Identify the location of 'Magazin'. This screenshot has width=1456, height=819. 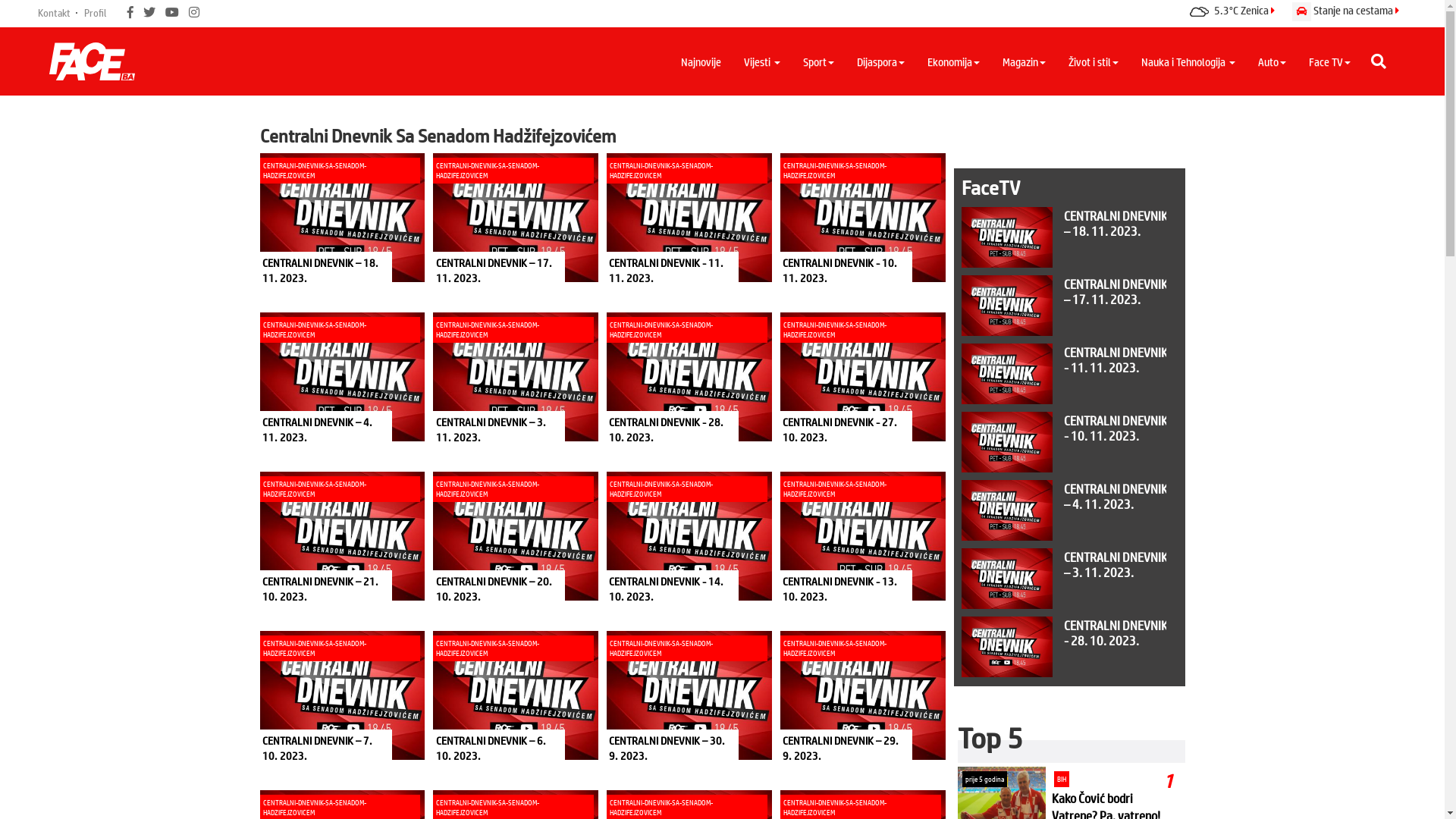
(1024, 61).